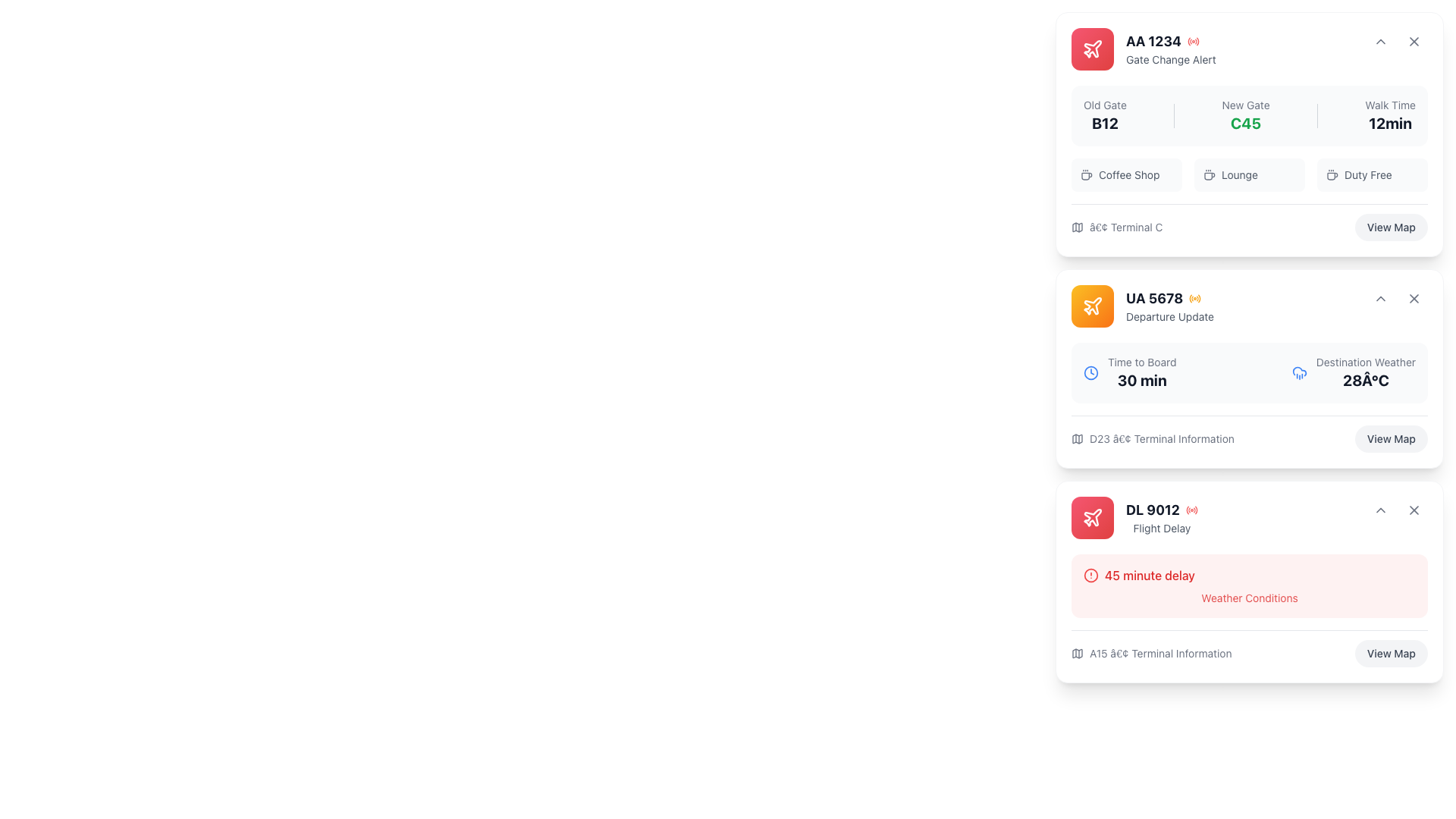  What do you see at coordinates (1366, 379) in the screenshot?
I see `the temperature display text label located in the upper-right portion of the second card, adjacent to the 'Destination Weather' text` at bounding box center [1366, 379].